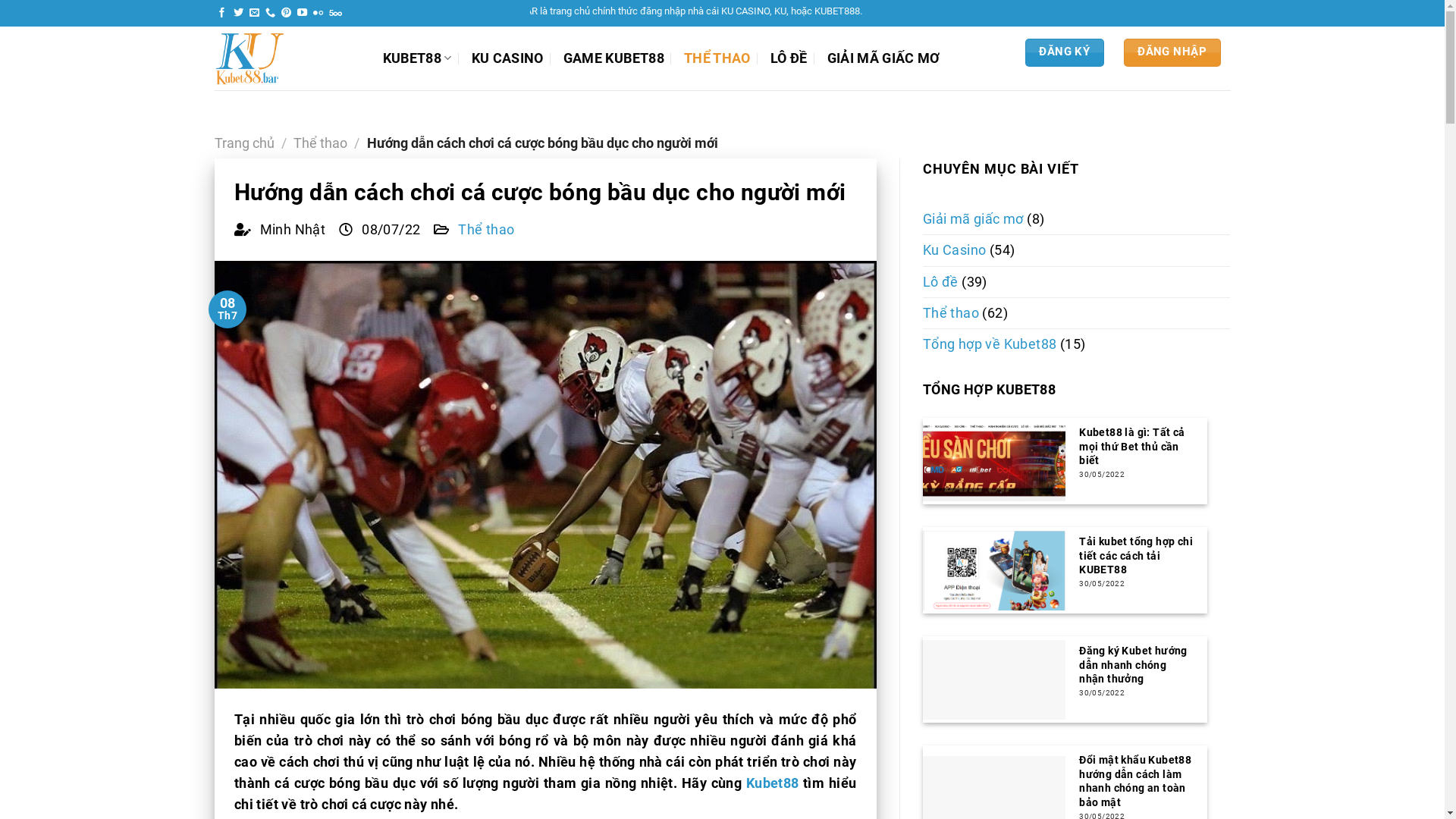 The width and height of the screenshot is (1456, 819). I want to click on 'GAME KUBET88', so click(613, 58).